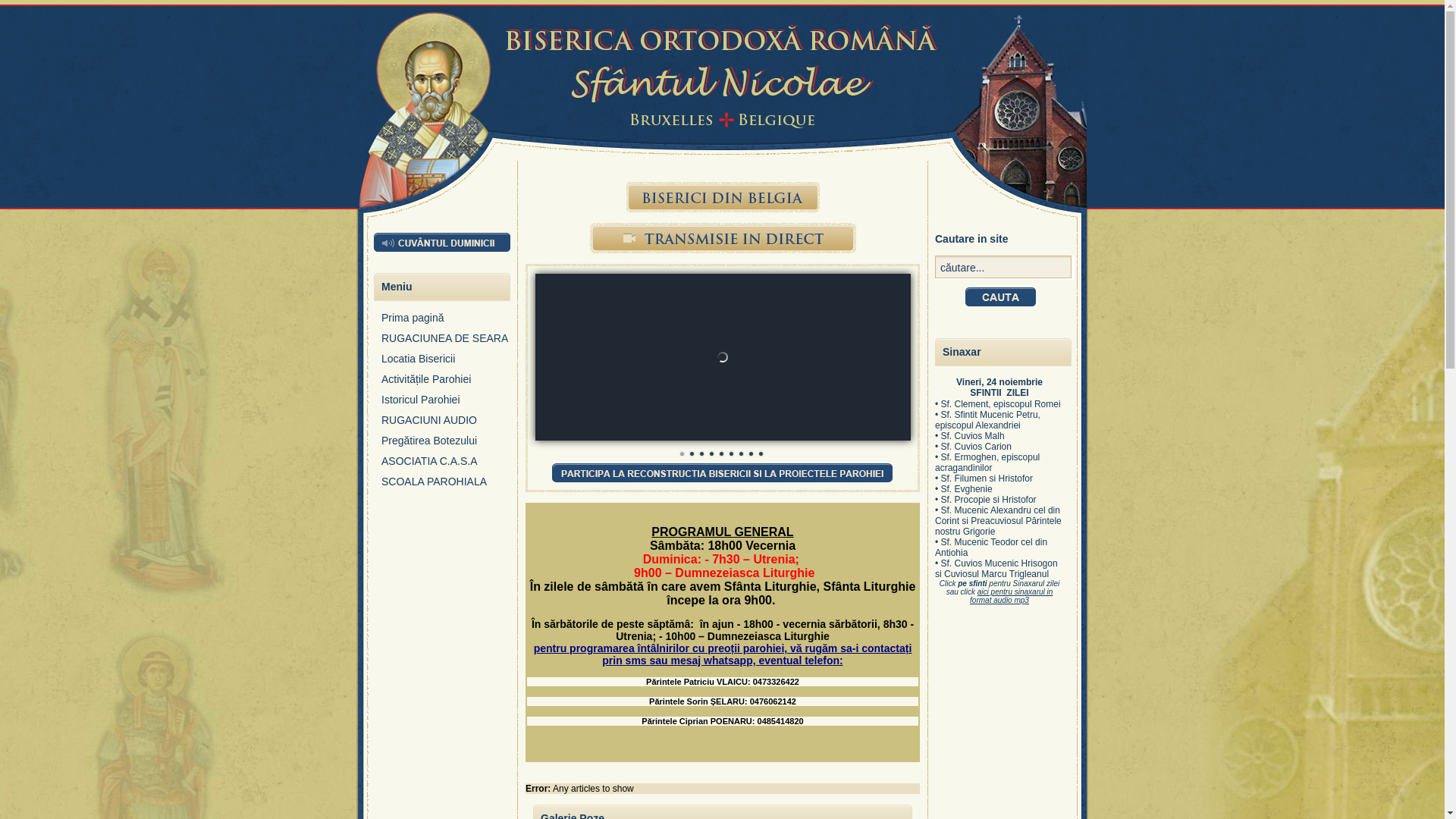  Describe the element at coordinates (445, 464) in the screenshot. I see `'ASOCIATIA C.A.S.A'` at that location.